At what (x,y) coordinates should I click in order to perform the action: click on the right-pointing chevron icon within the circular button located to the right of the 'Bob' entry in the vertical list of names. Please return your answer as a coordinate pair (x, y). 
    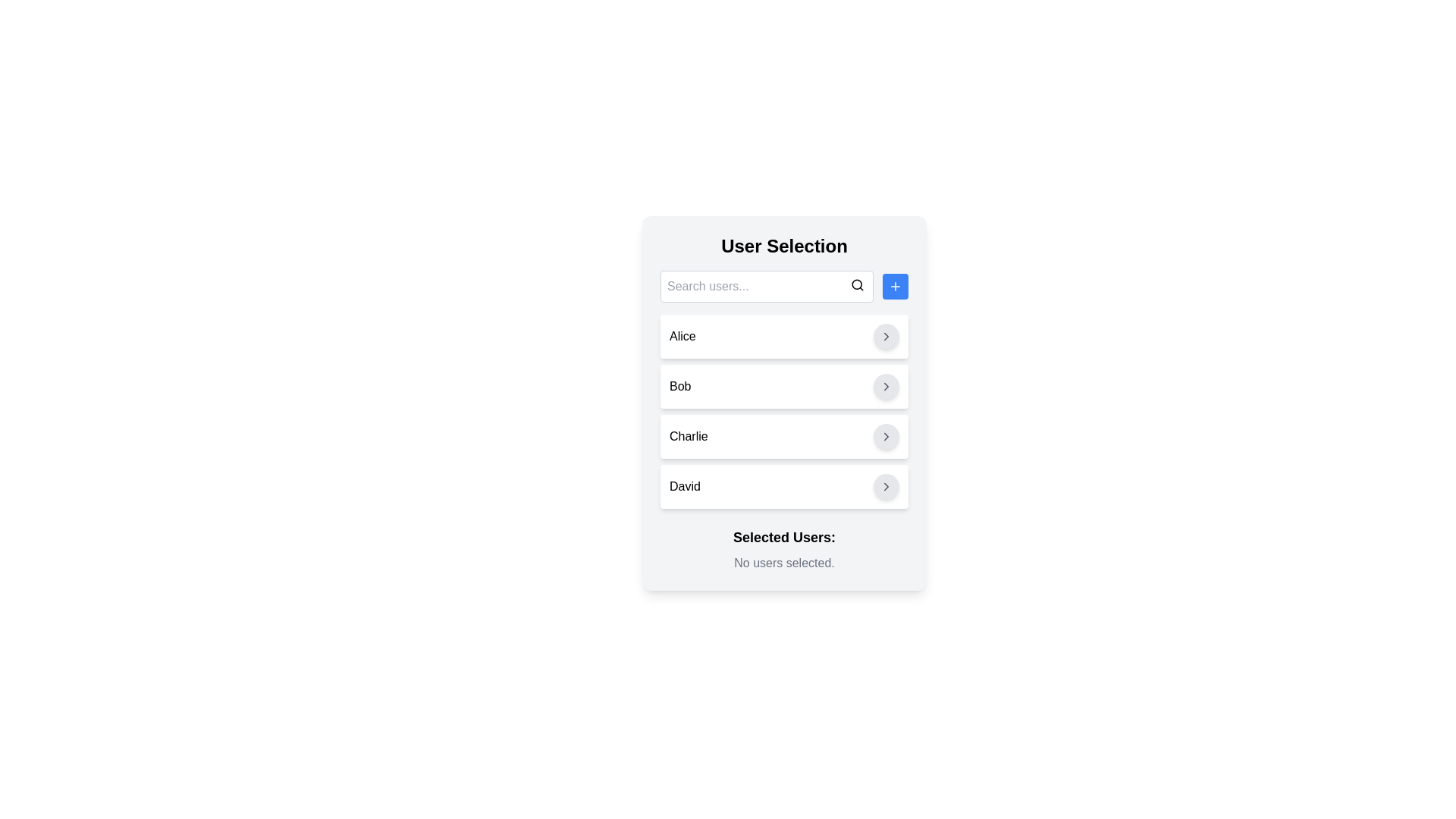
    Looking at the image, I should click on (886, 385).